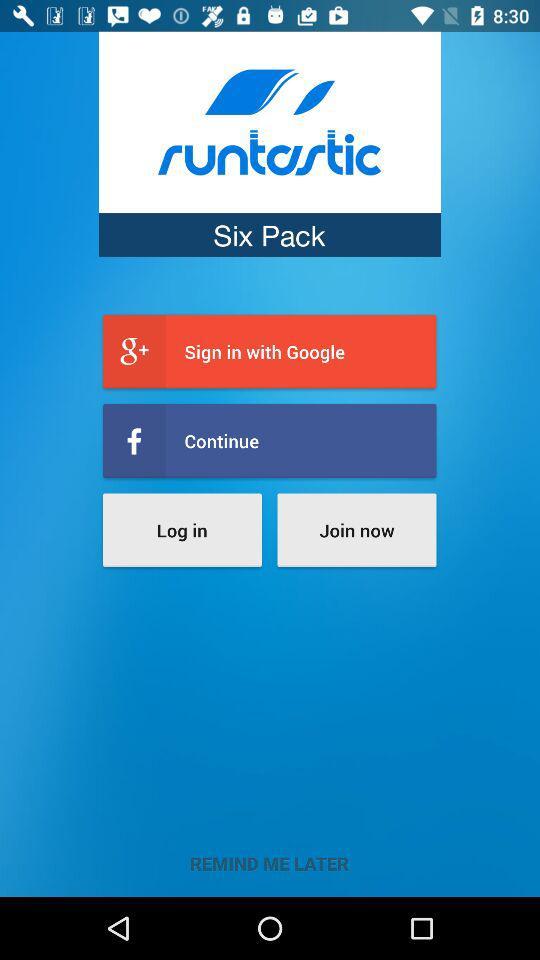  Describe the element at coordinates (355, 529) in the screenshot. I see `icon to the right of log in icon` at that location.